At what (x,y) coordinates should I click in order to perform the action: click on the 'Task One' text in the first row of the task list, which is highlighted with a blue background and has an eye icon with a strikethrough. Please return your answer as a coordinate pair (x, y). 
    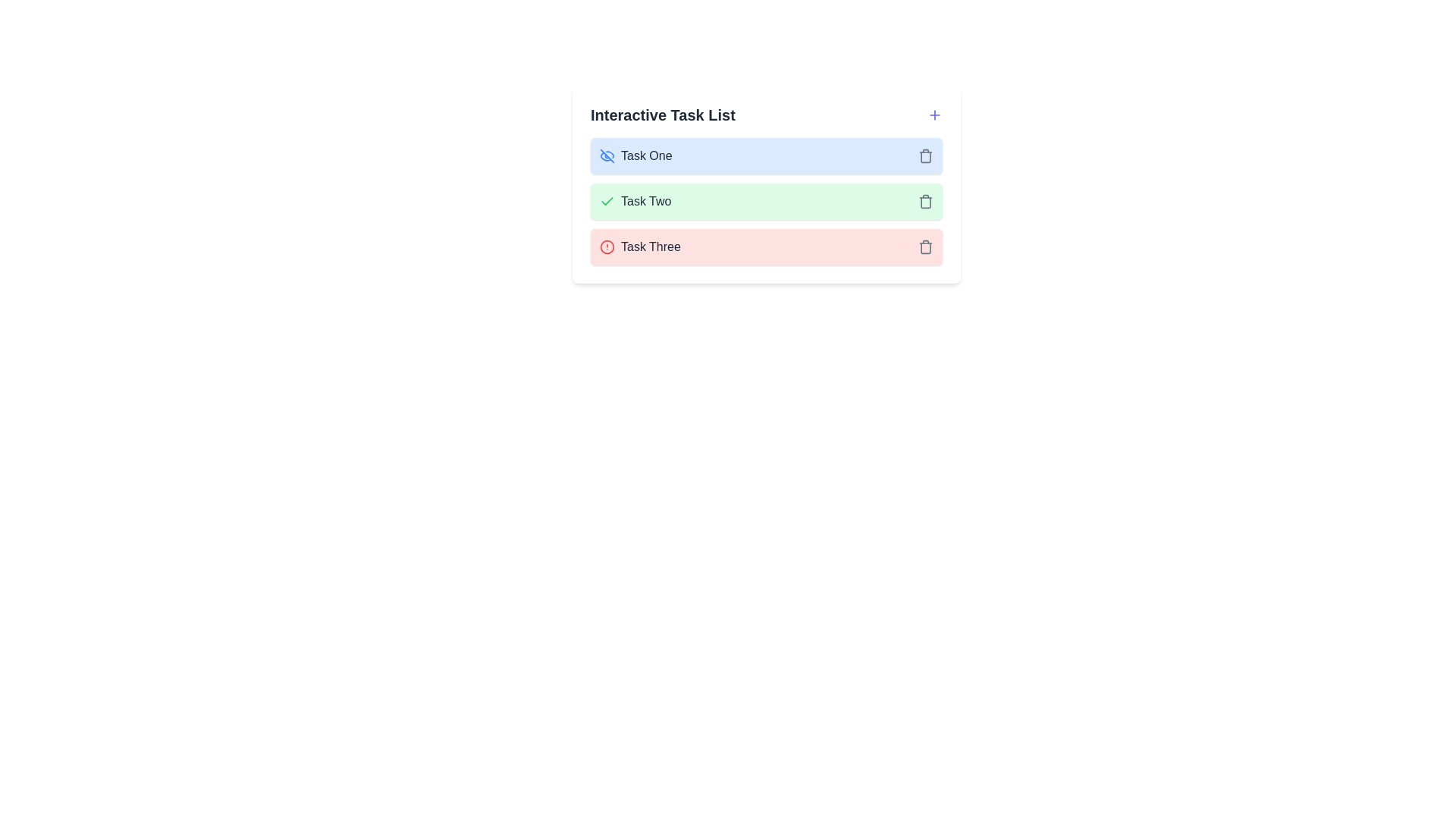
    Looking at the image, I should click on (635, 155).